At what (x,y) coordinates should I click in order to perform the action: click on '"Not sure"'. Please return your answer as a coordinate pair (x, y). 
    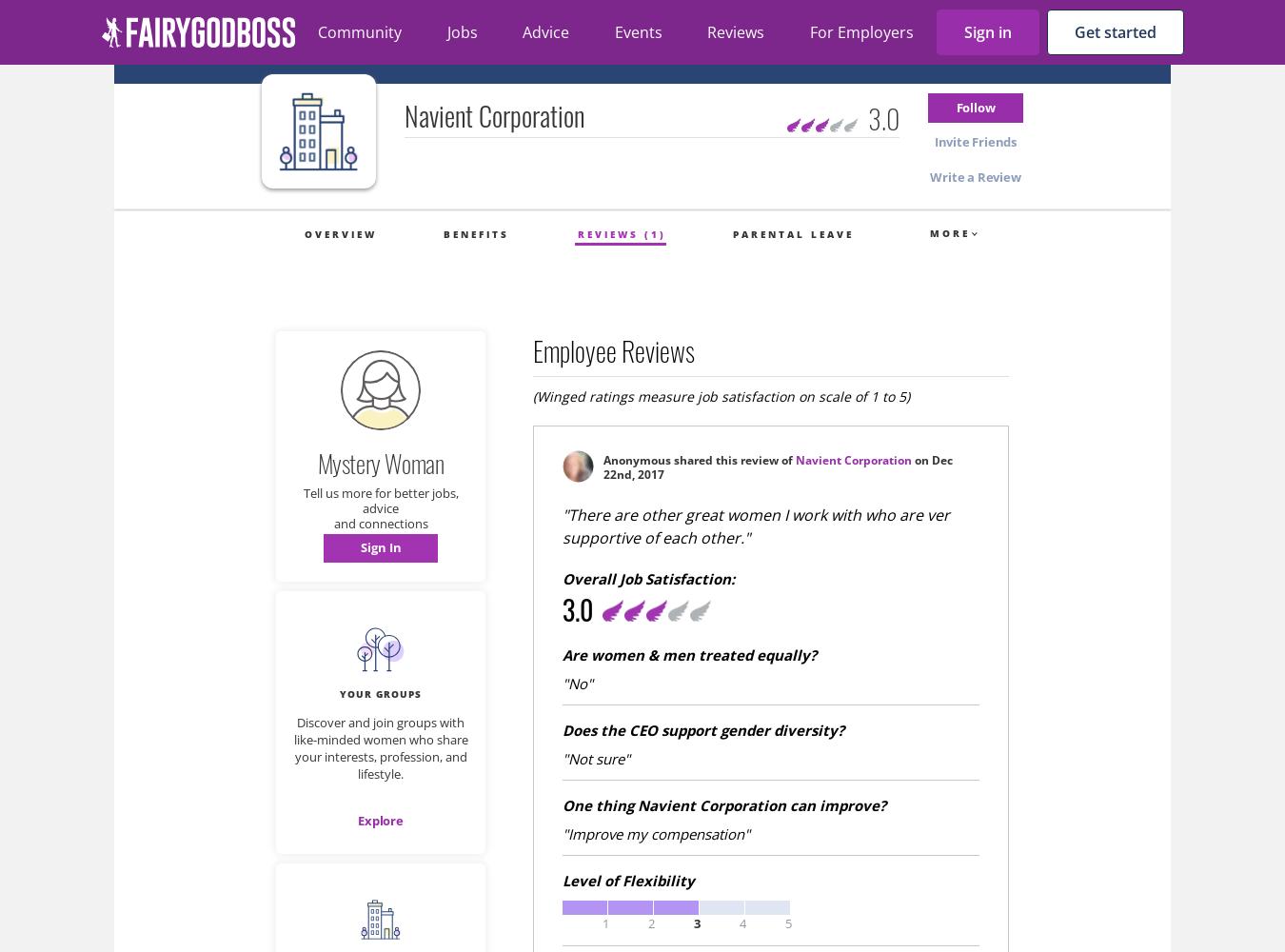
    Looking at the image, I should click on (596, 759).